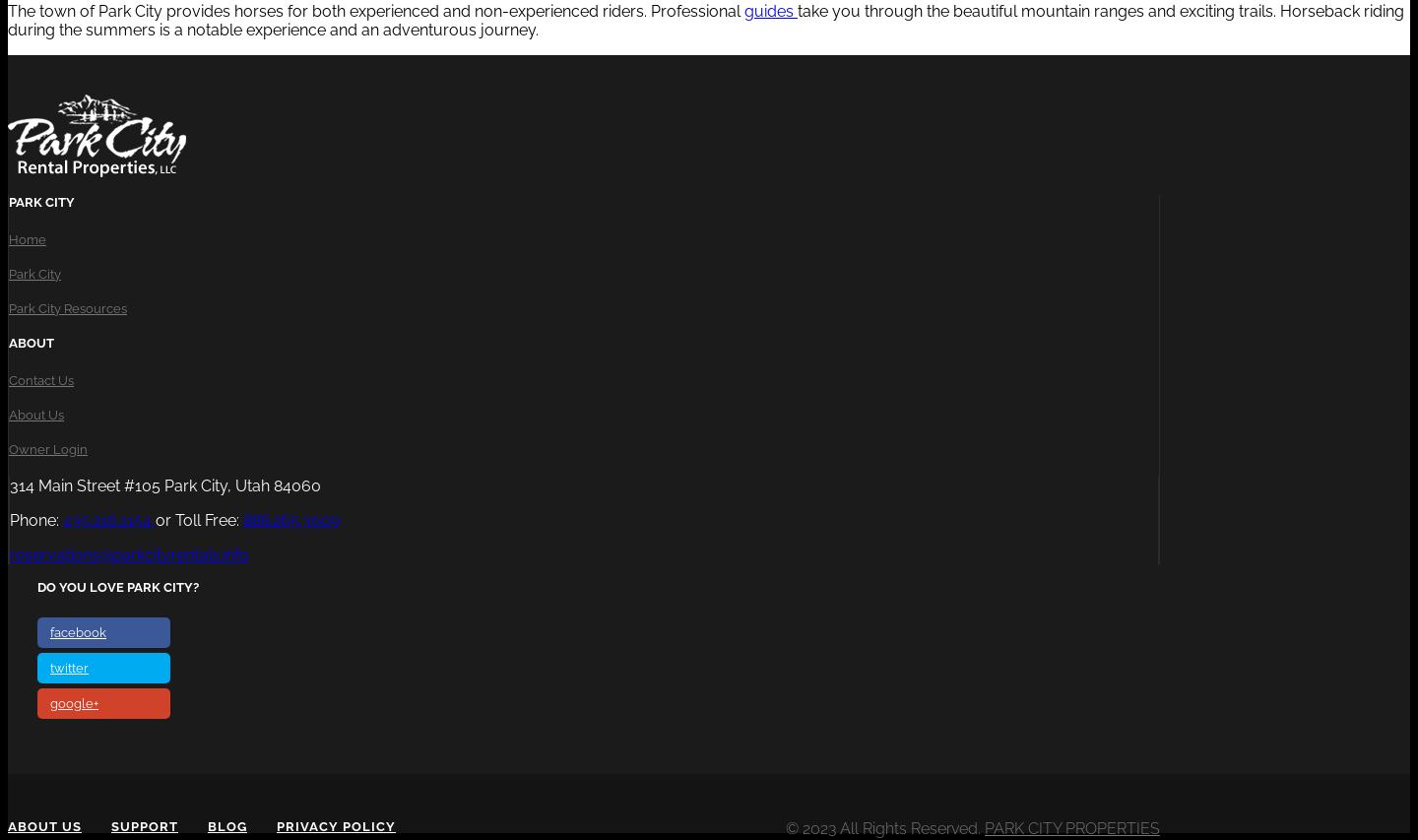 Image resolution: width=1418 pixels, height=840 pixels. I want to click on 'take you through the beautiful mountain ranges and exciting trails. Horseback riding during the summers is a notable experience and an adventurous journey.', so click(705, 18).